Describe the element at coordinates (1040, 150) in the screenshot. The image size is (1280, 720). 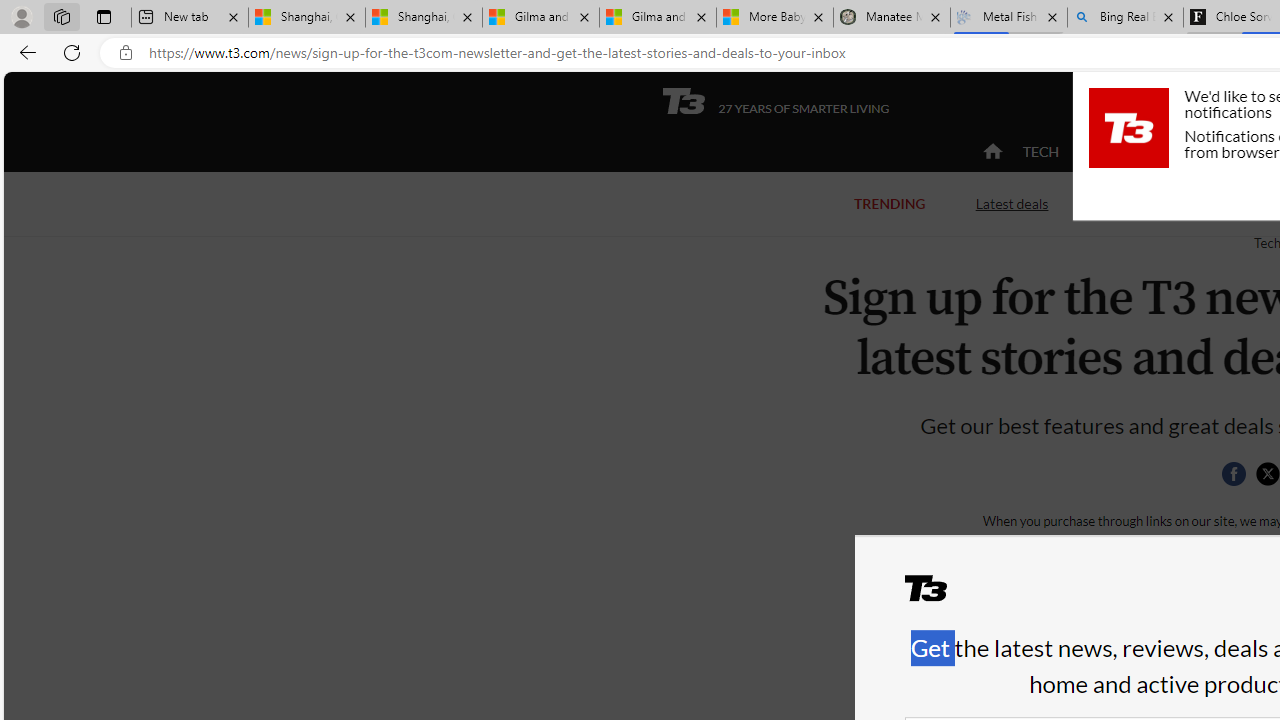
I see `'TECH'` at that location.